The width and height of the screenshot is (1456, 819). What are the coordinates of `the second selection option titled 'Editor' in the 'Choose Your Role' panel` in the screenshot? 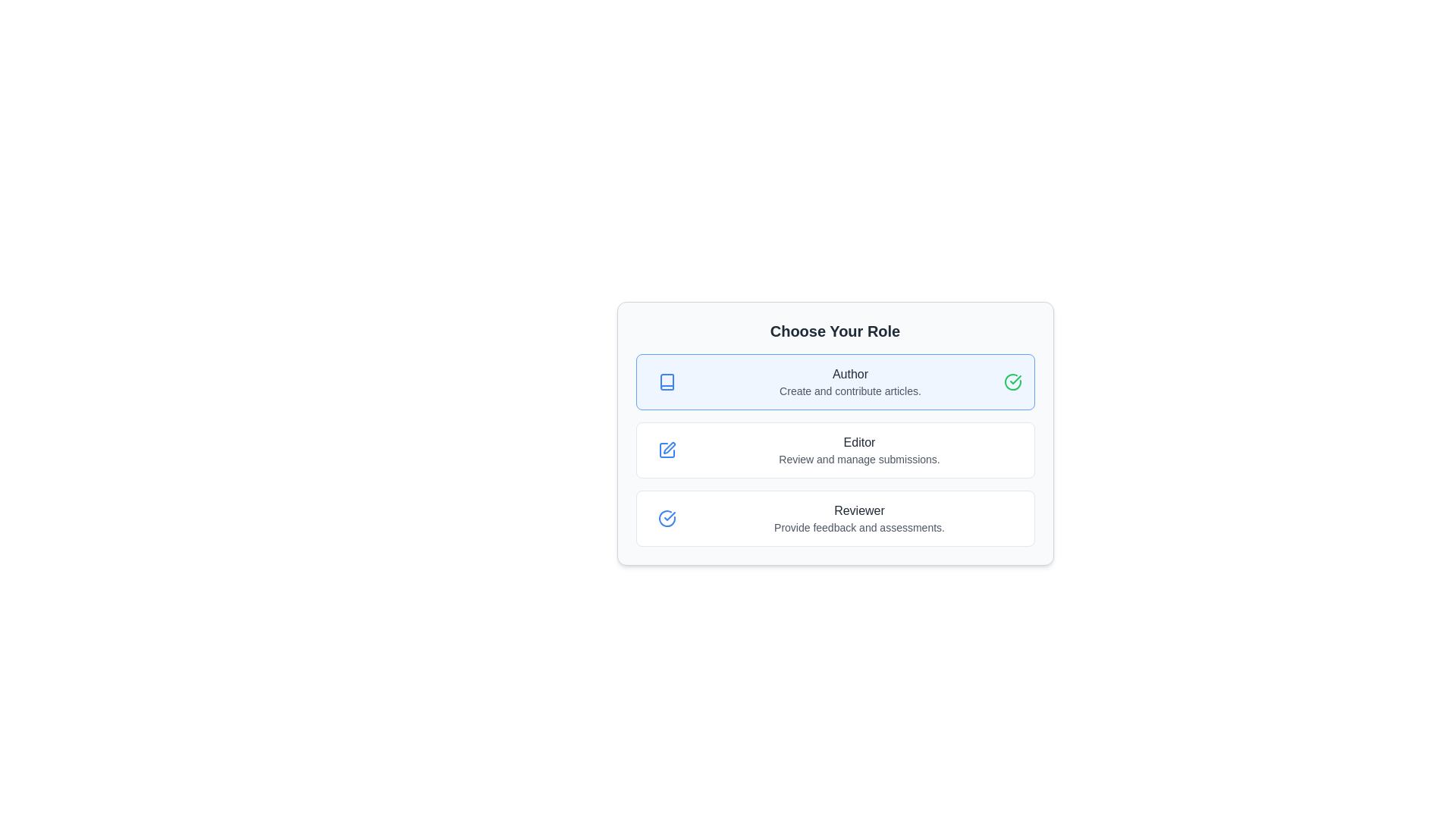 It's located at (834, 433).